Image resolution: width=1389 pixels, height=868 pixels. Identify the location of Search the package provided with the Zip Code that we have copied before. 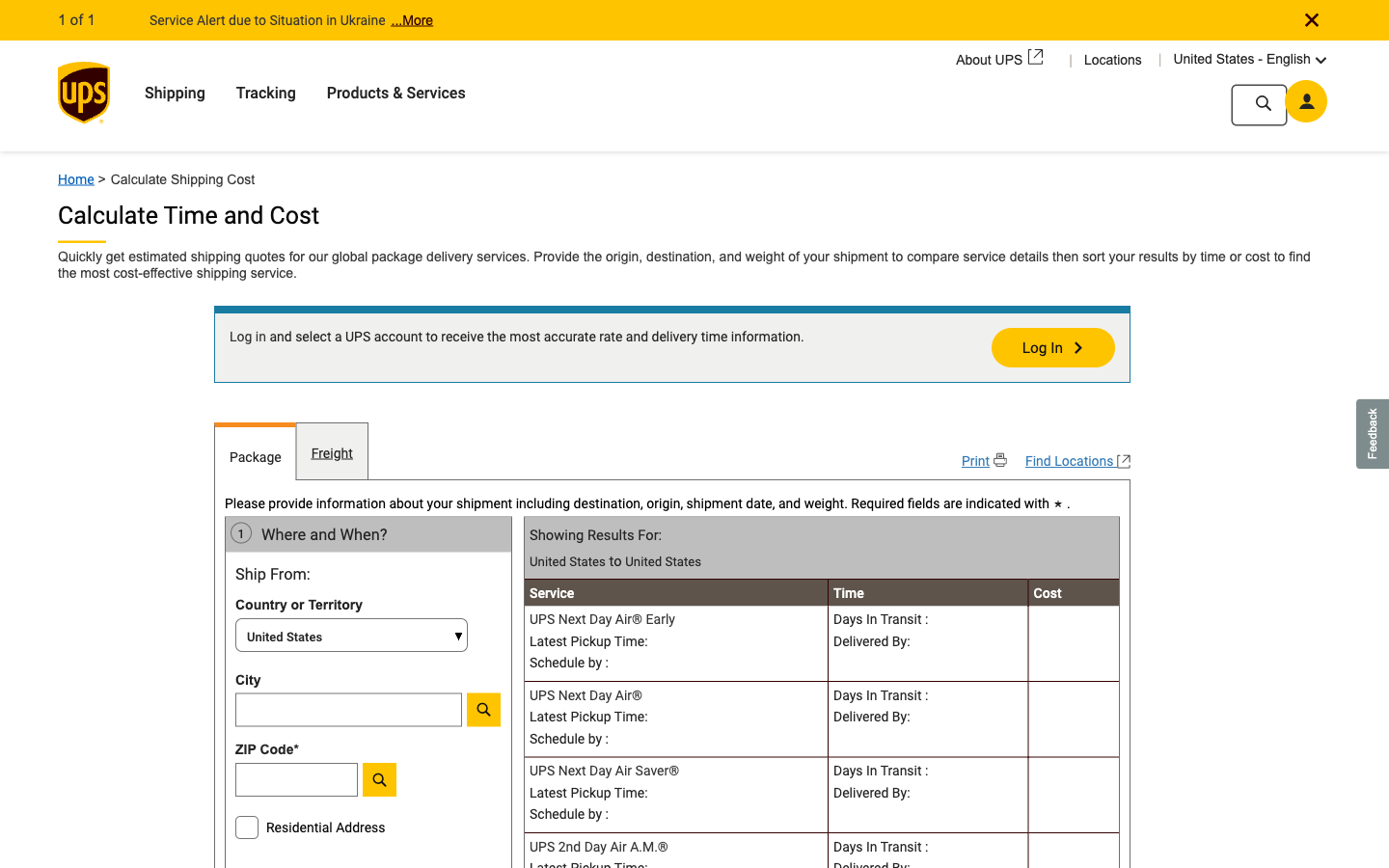
(347, 784).